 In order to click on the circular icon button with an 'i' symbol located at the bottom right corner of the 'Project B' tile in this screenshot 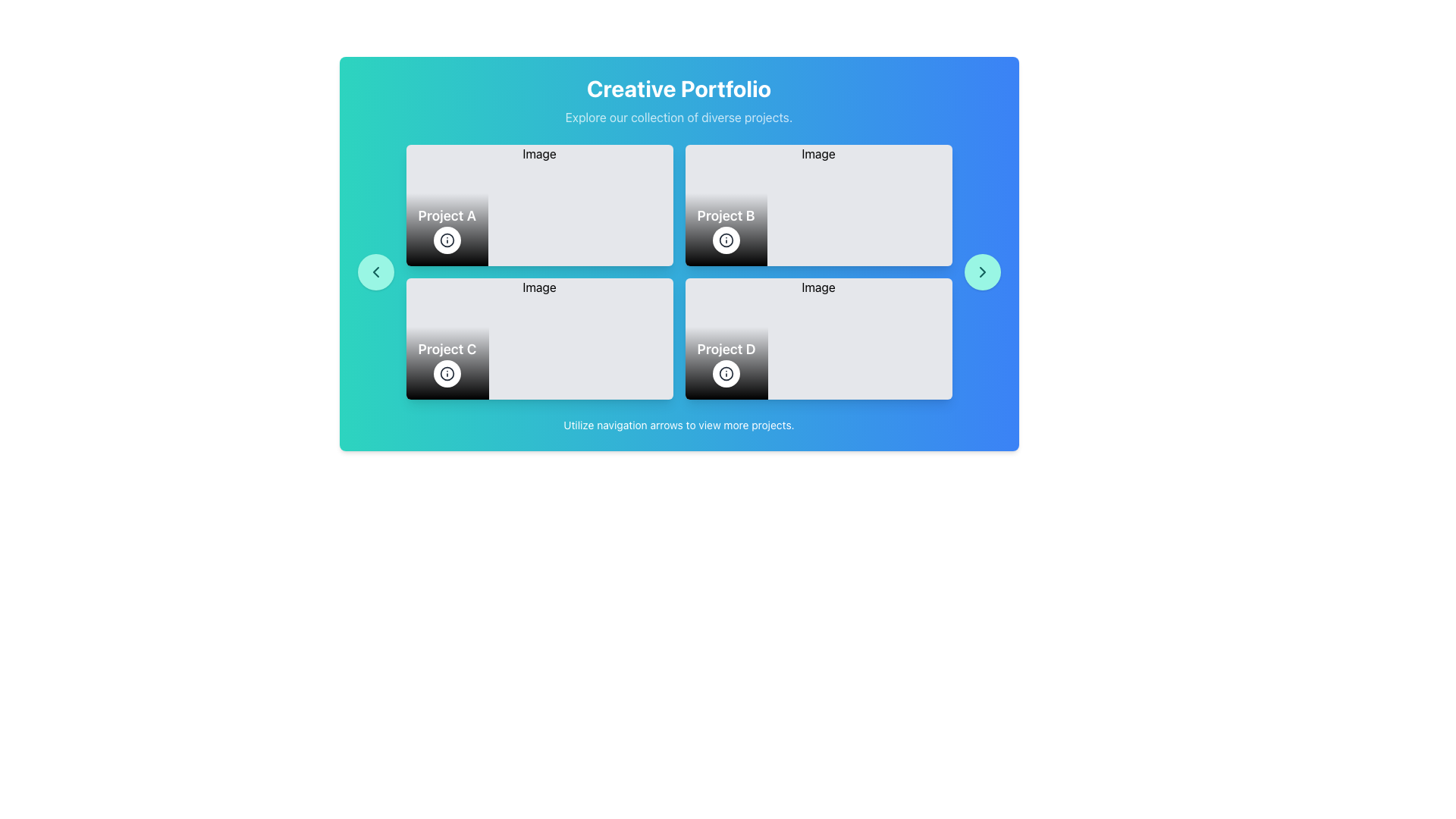, I will do `click(725, 239)`.